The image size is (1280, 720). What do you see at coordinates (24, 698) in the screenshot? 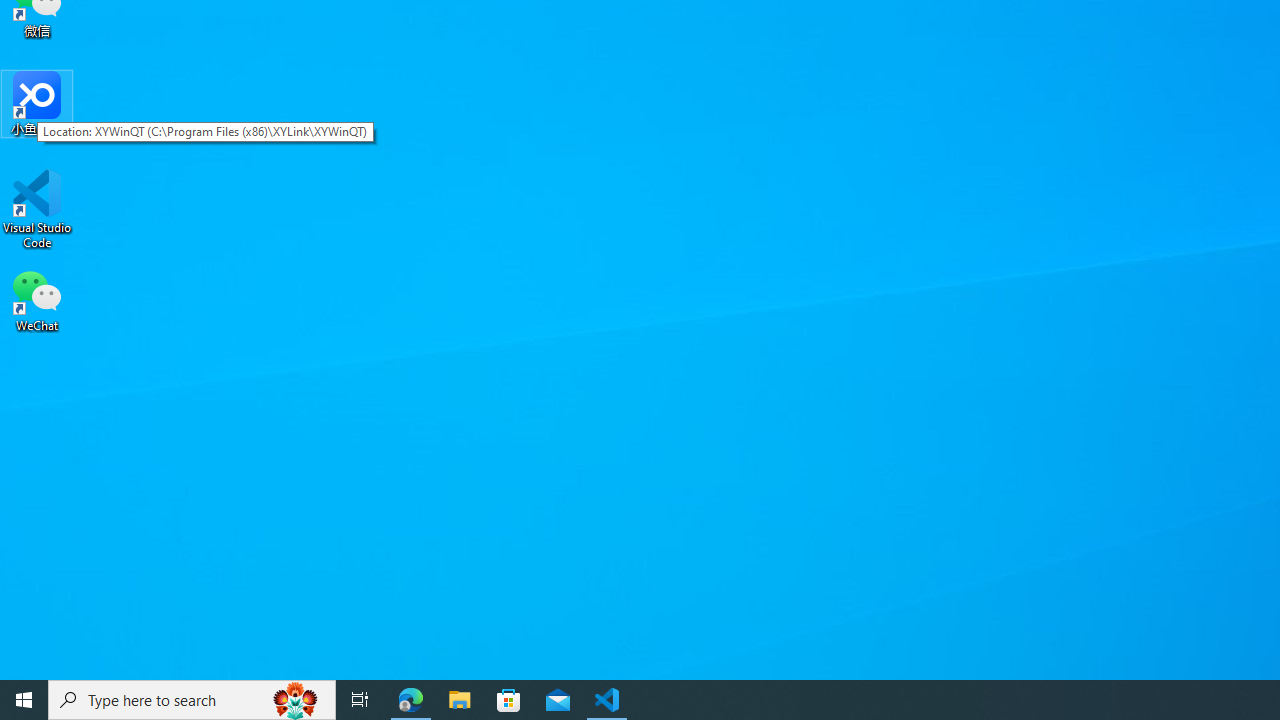
I see `'Start'` at bounding box center [24, 698].